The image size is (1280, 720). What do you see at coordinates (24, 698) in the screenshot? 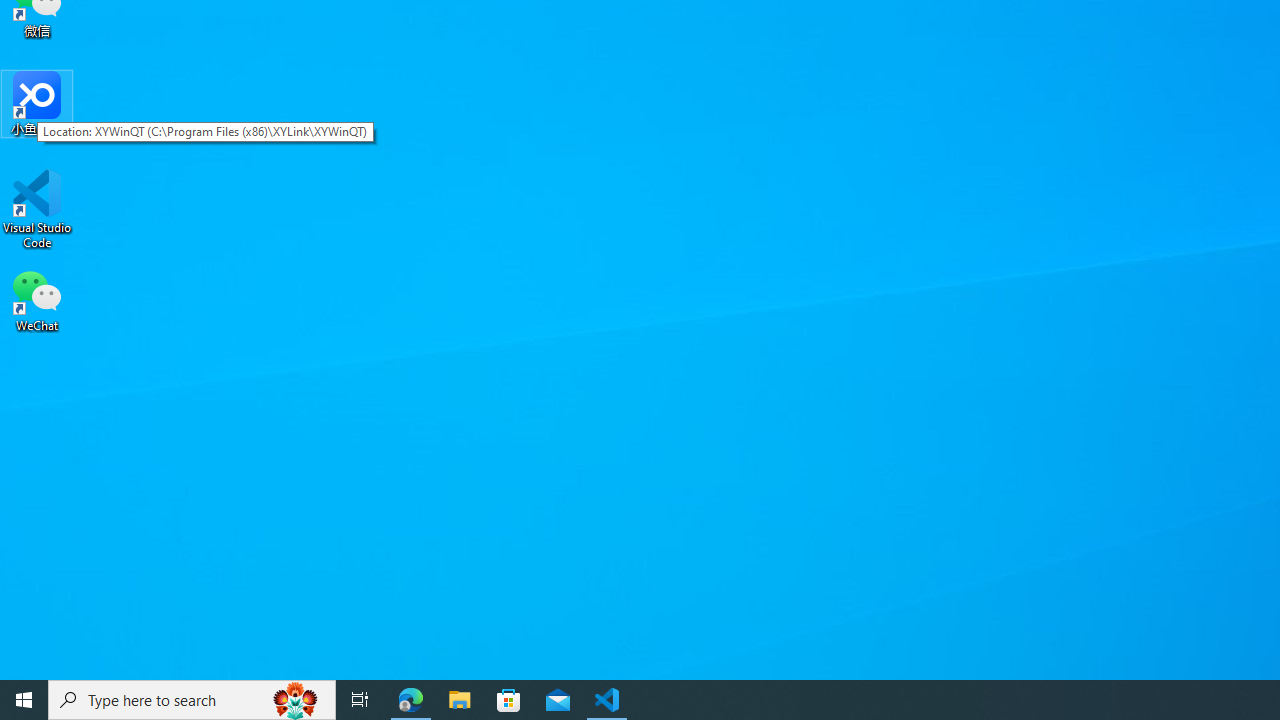
I see `'Start'` at bounding box center [24, 698].